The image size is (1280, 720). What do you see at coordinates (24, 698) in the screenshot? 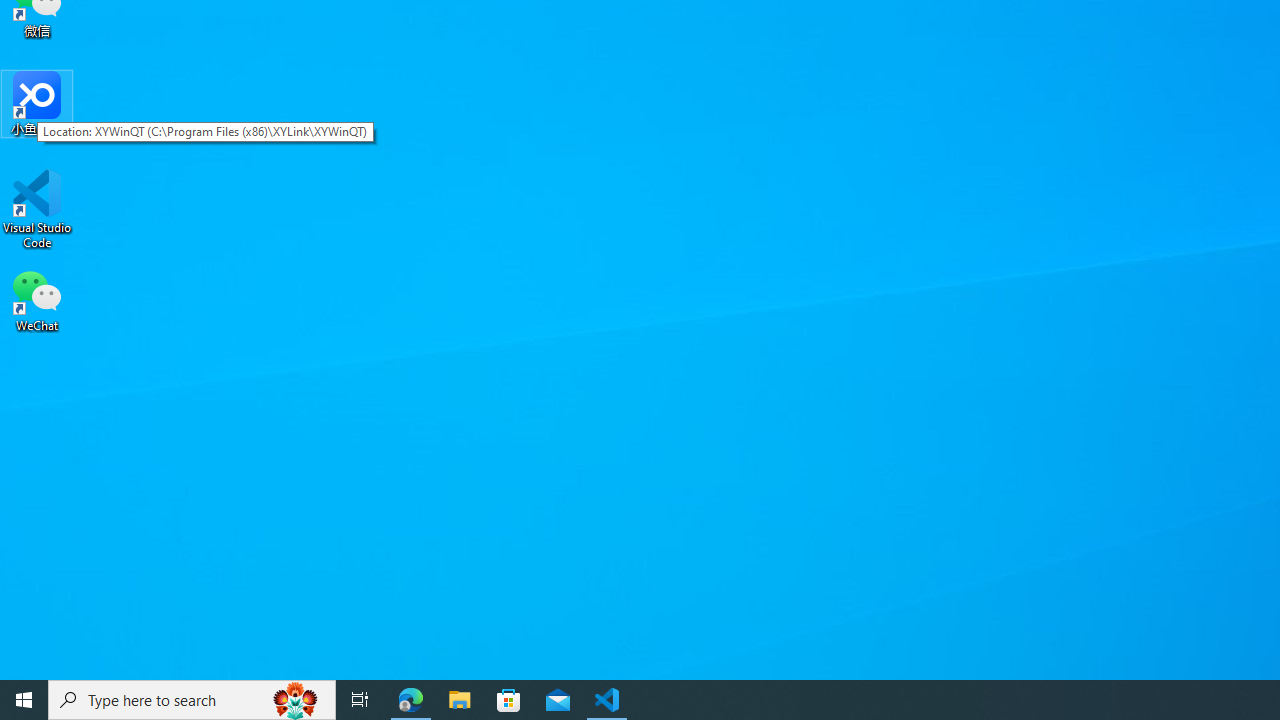
I see `'Start'` at bounding box center [24, 698].